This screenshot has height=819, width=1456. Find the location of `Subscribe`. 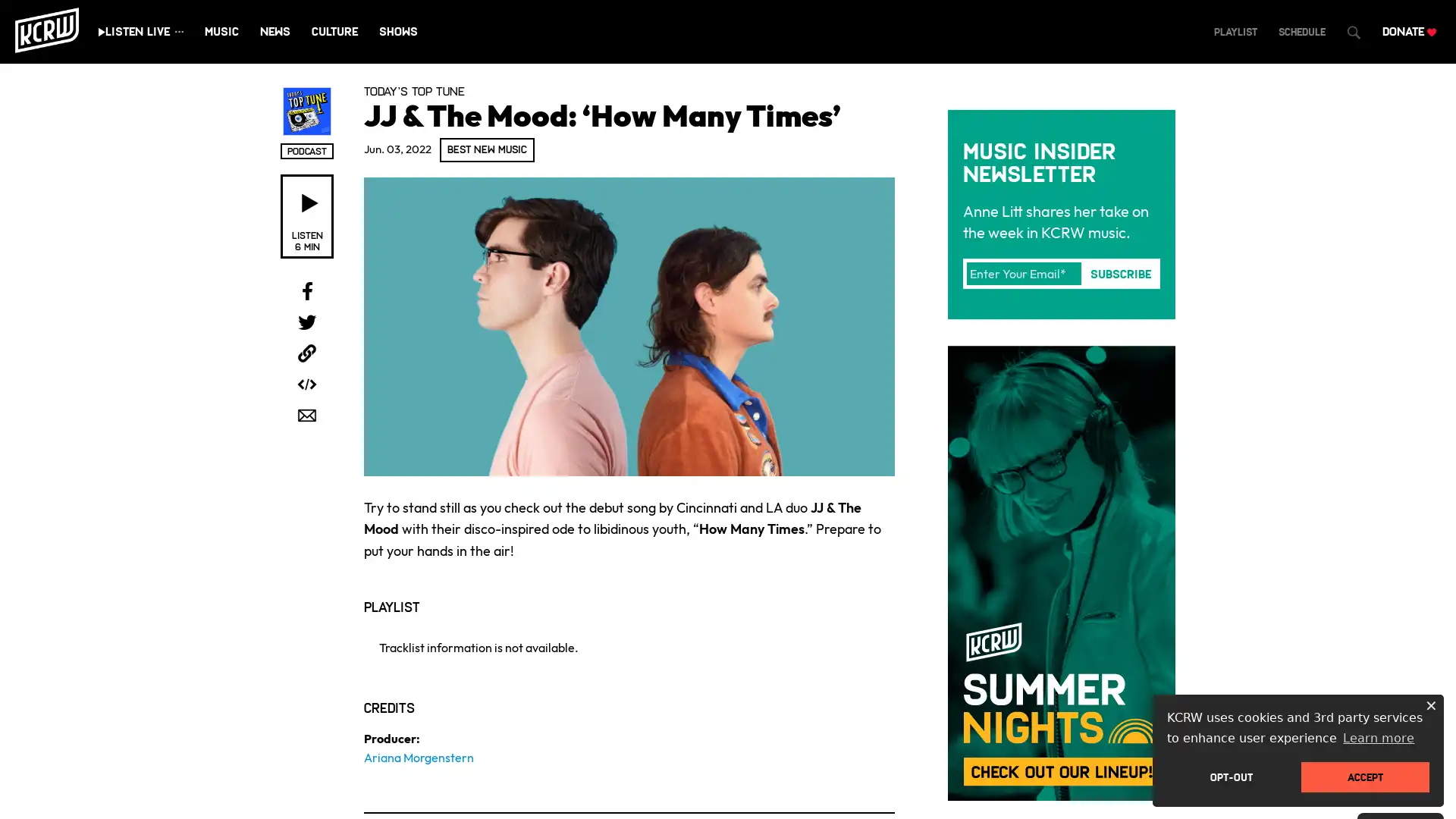

Subscribe is located at coordinates (1121, 274).